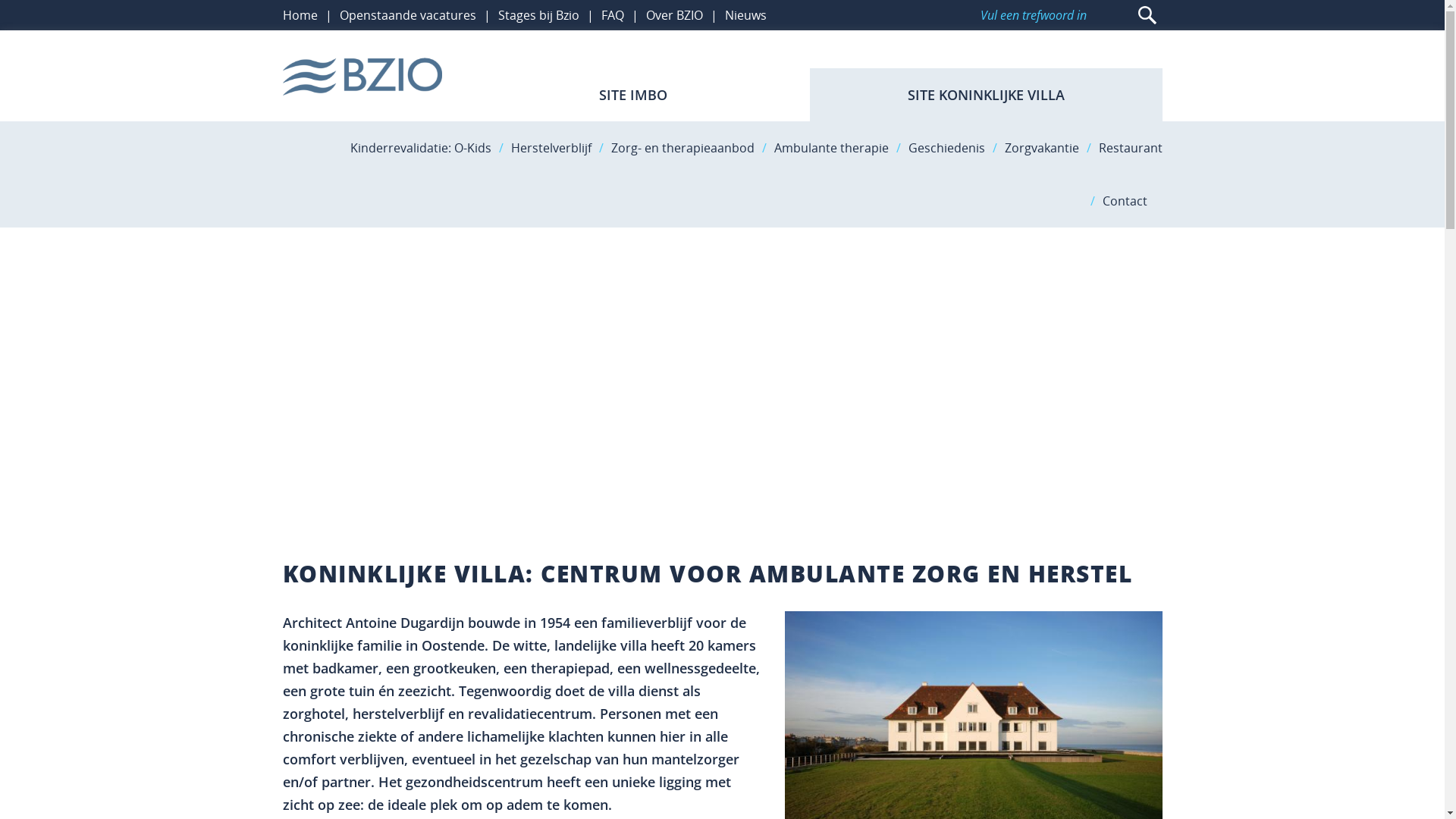  Describe the element at coordinates (550, 148) in the screenshot. I see `'Herstelverblijf'` at that location.